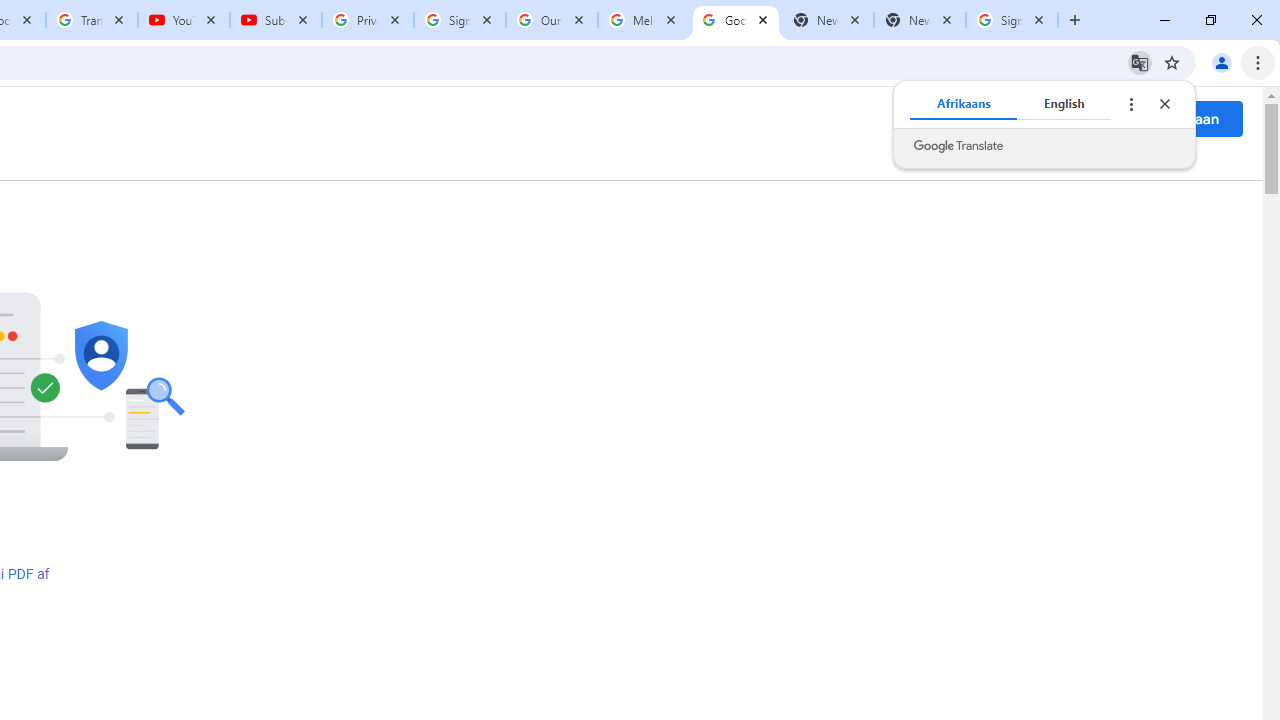 This screenshot has height=720, width=1280. Describe the element at coordinates (275, 20) in the screenshot. I see `'Subscriptions - YouTube'` at that location.